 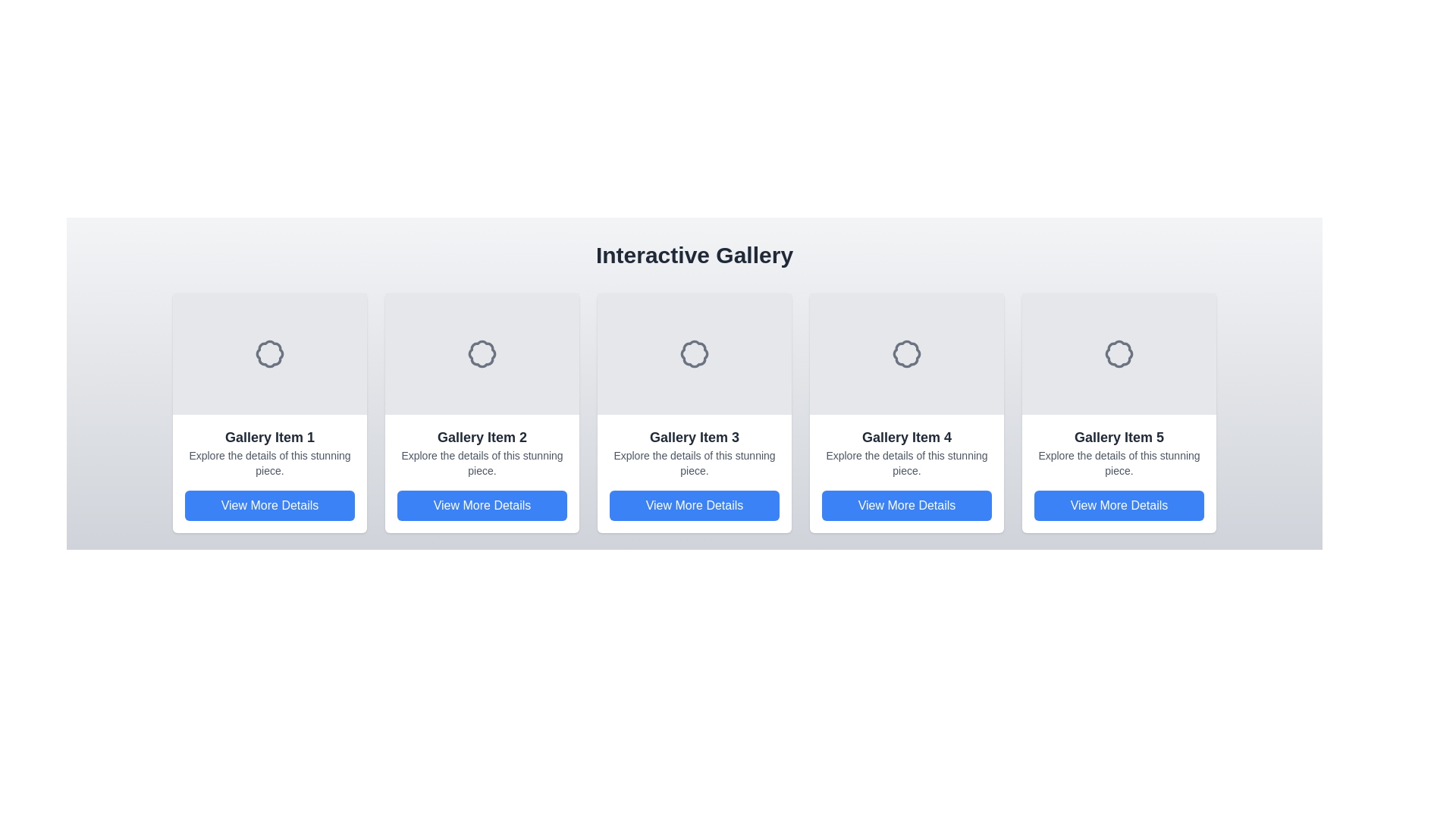 What do you see at coordinates (269, 353) in the screenshot?
I see `the decorative graphical element or badge icon located at the top section of 'Gallery Item 1', positioned above the text content and the 'View More Details' button` at bounding box center [269, 353].